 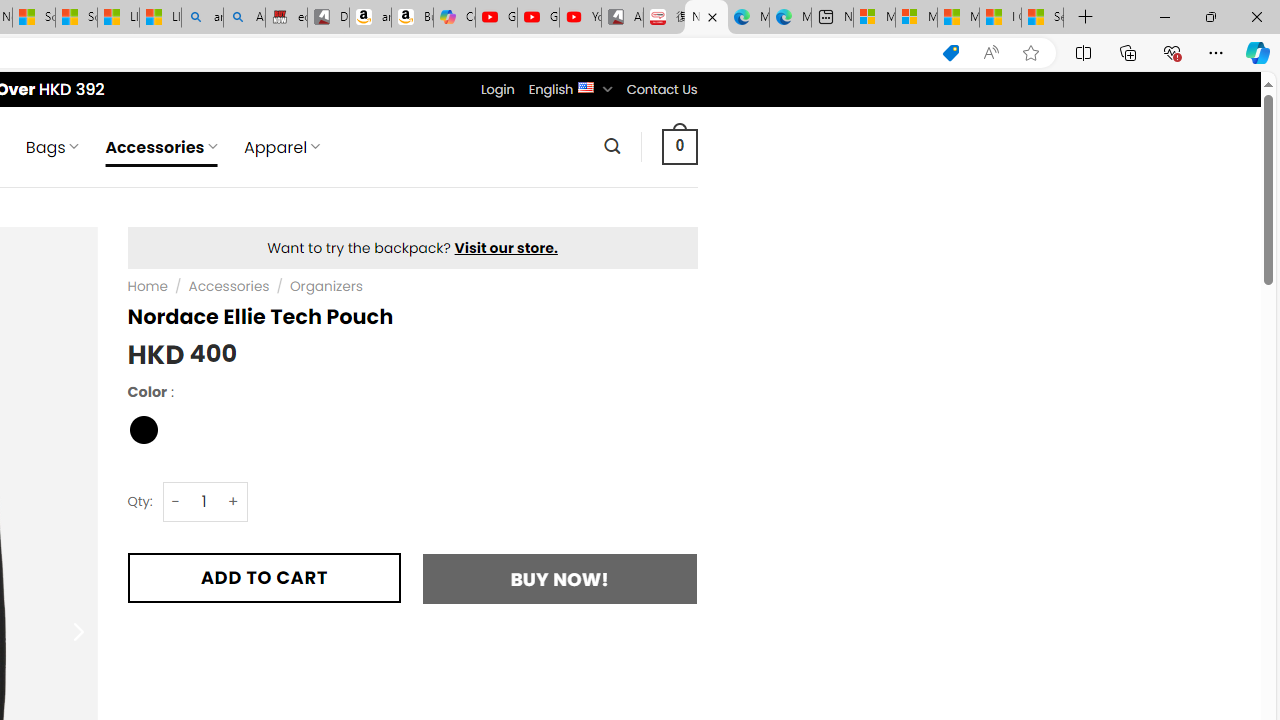 What do you see at coordinates (679, 145) in the screenshot?
I see `' 0 '` at bounding box center [679, 145].